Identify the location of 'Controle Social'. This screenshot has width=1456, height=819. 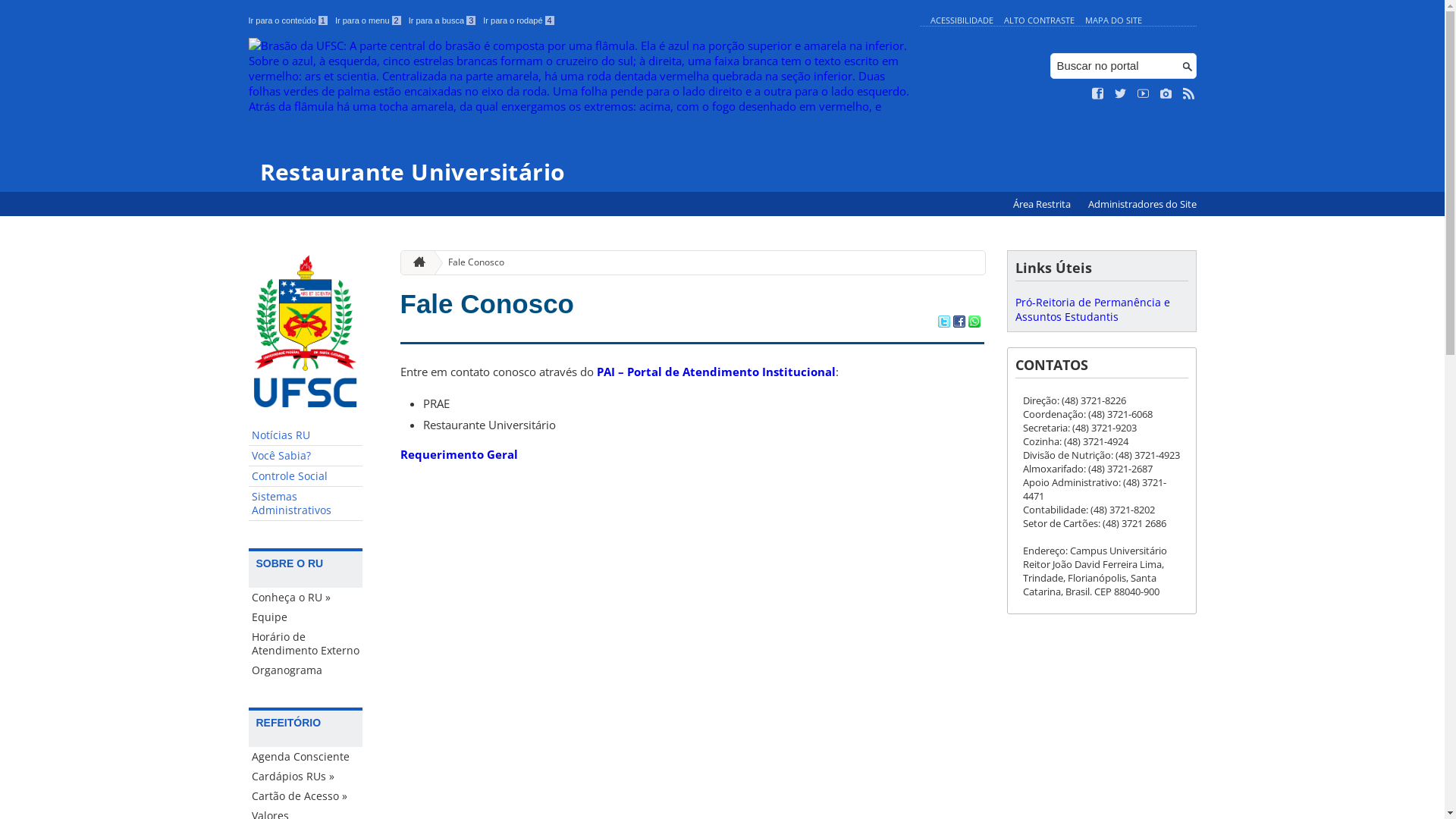
(248, 475).